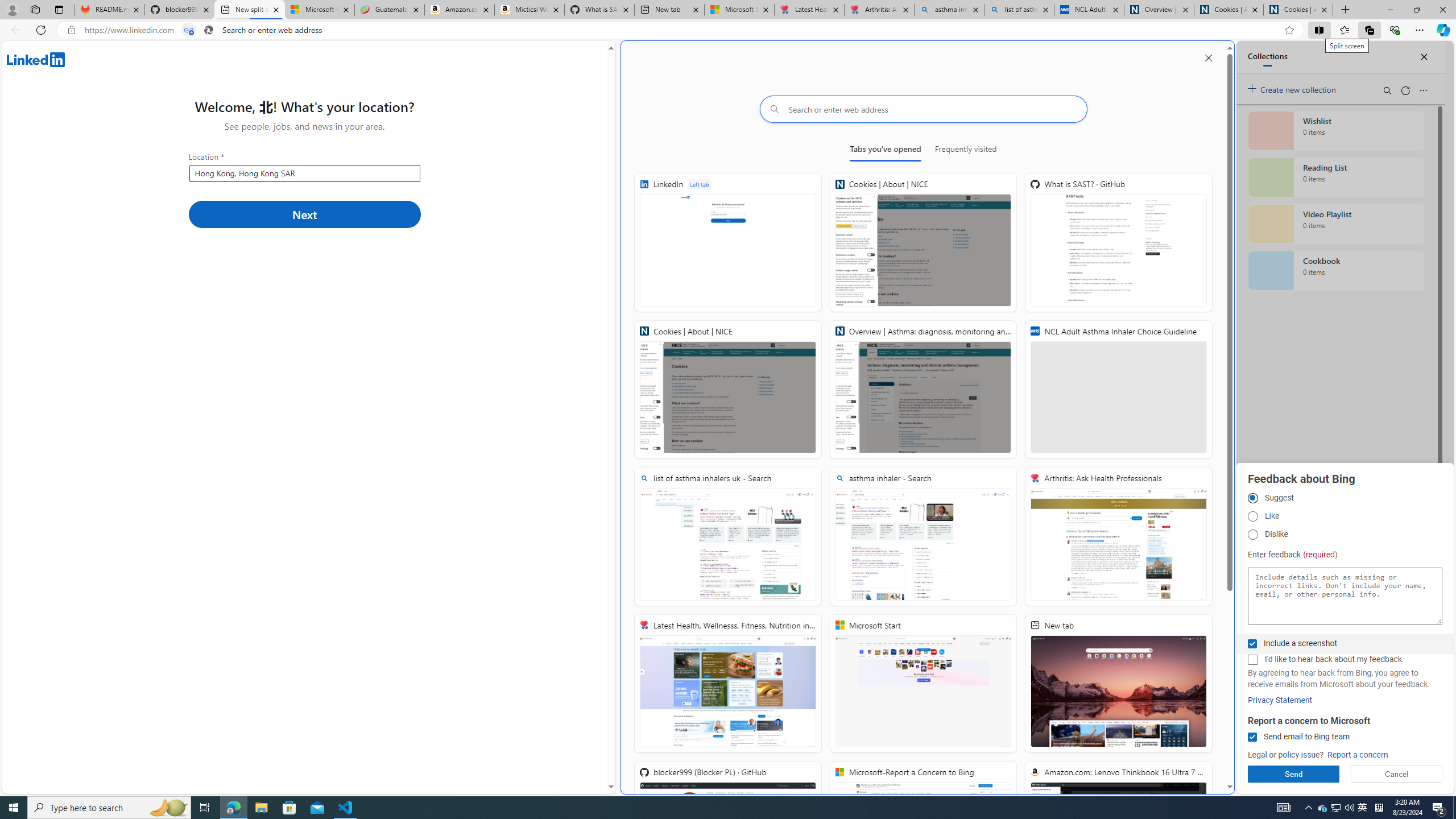 The width and height of the screenshot is (1456, 819). What do you see at coordinates (1252, 737) in the screenshot?
I see `'Send email to Bing team'` at bounding box center [1252, 737].